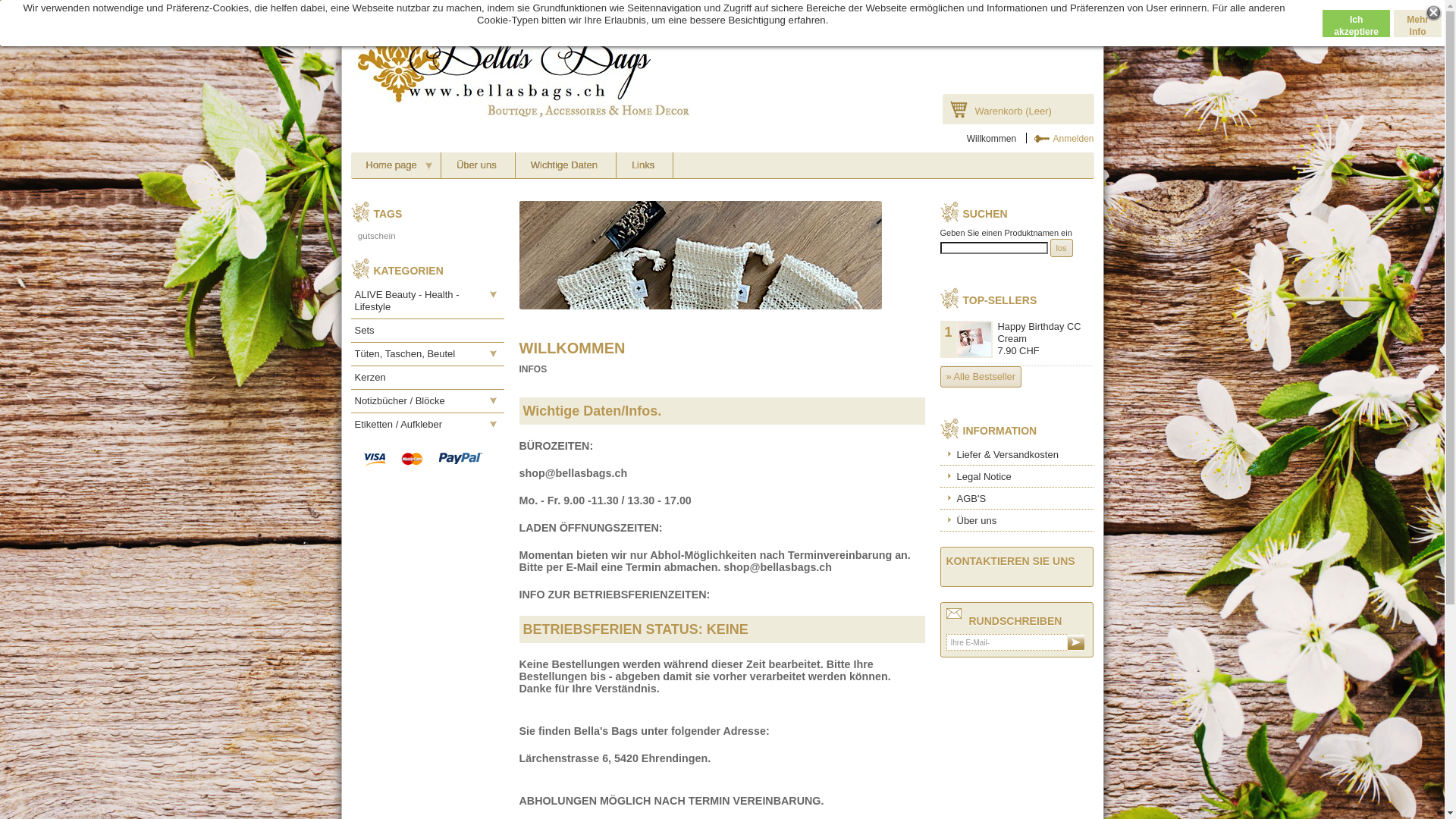 This screenshot has height=819, width=1456. I want to click on 'Facebook', so click(899, 8).